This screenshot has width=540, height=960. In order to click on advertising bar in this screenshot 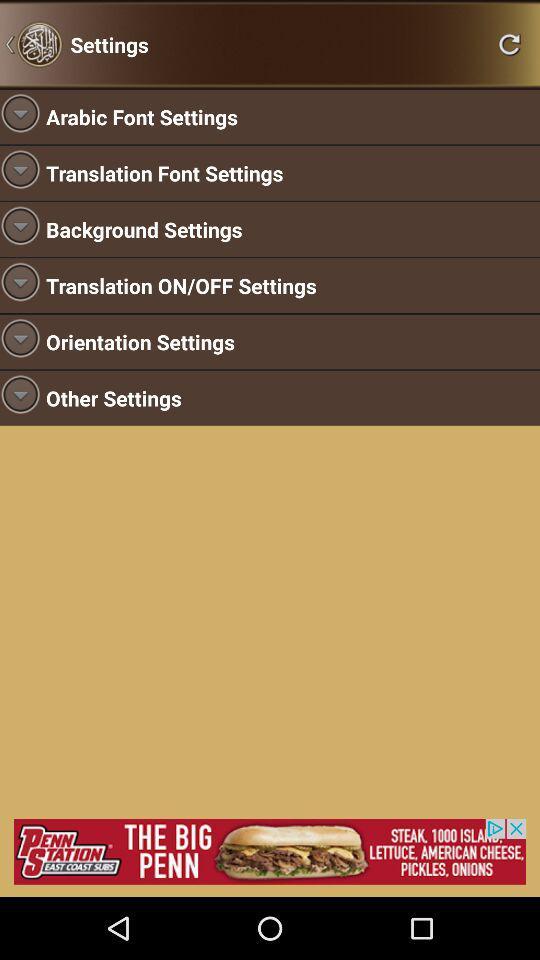, I will do `click(270, 850)`.